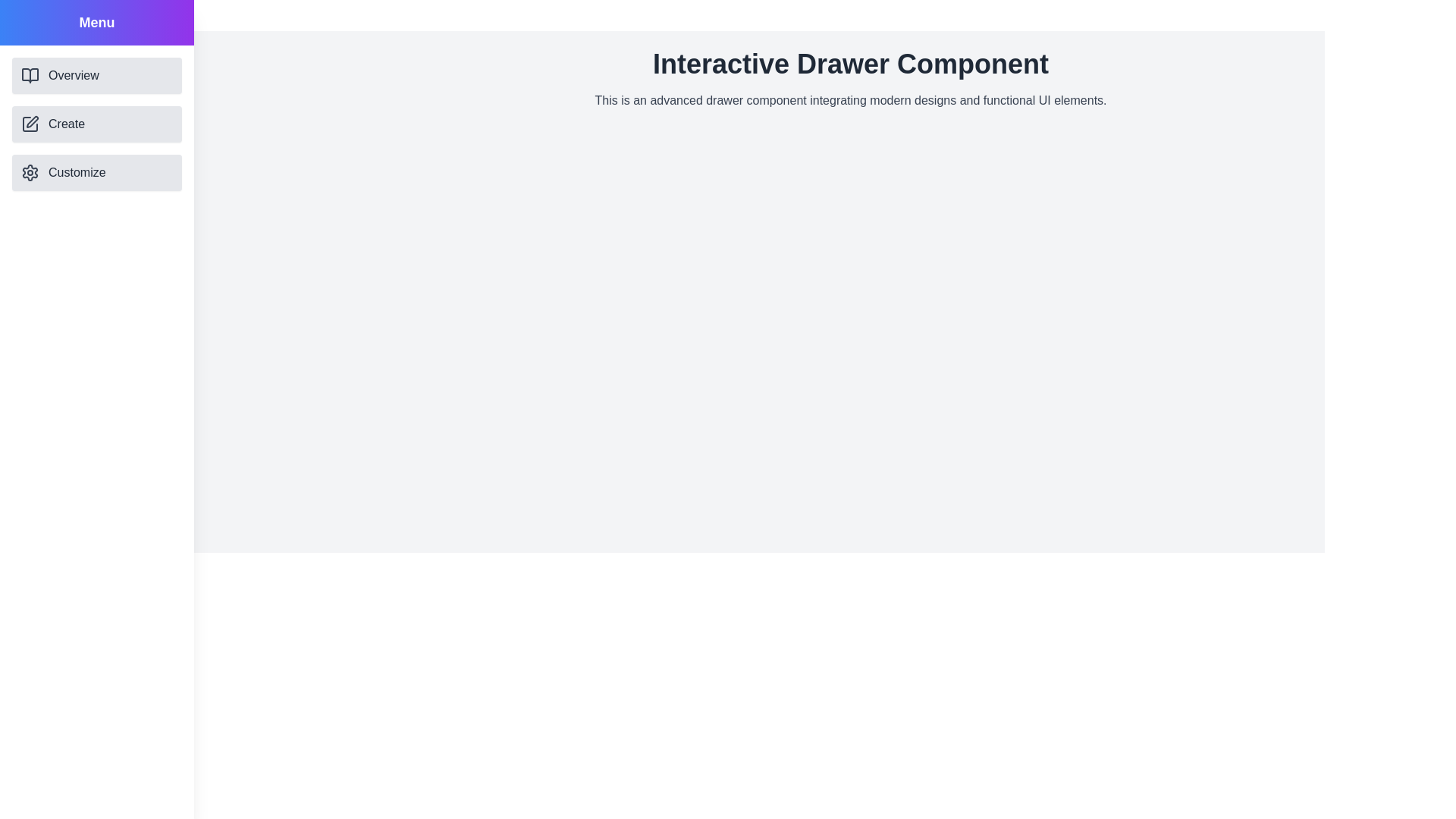 Image resolution: width=1456 pixels, height=819 pixels. Describe the element at coordinates (27, 27) in the screenshot. I see `the toggle button to change the drawer's state` at that location.